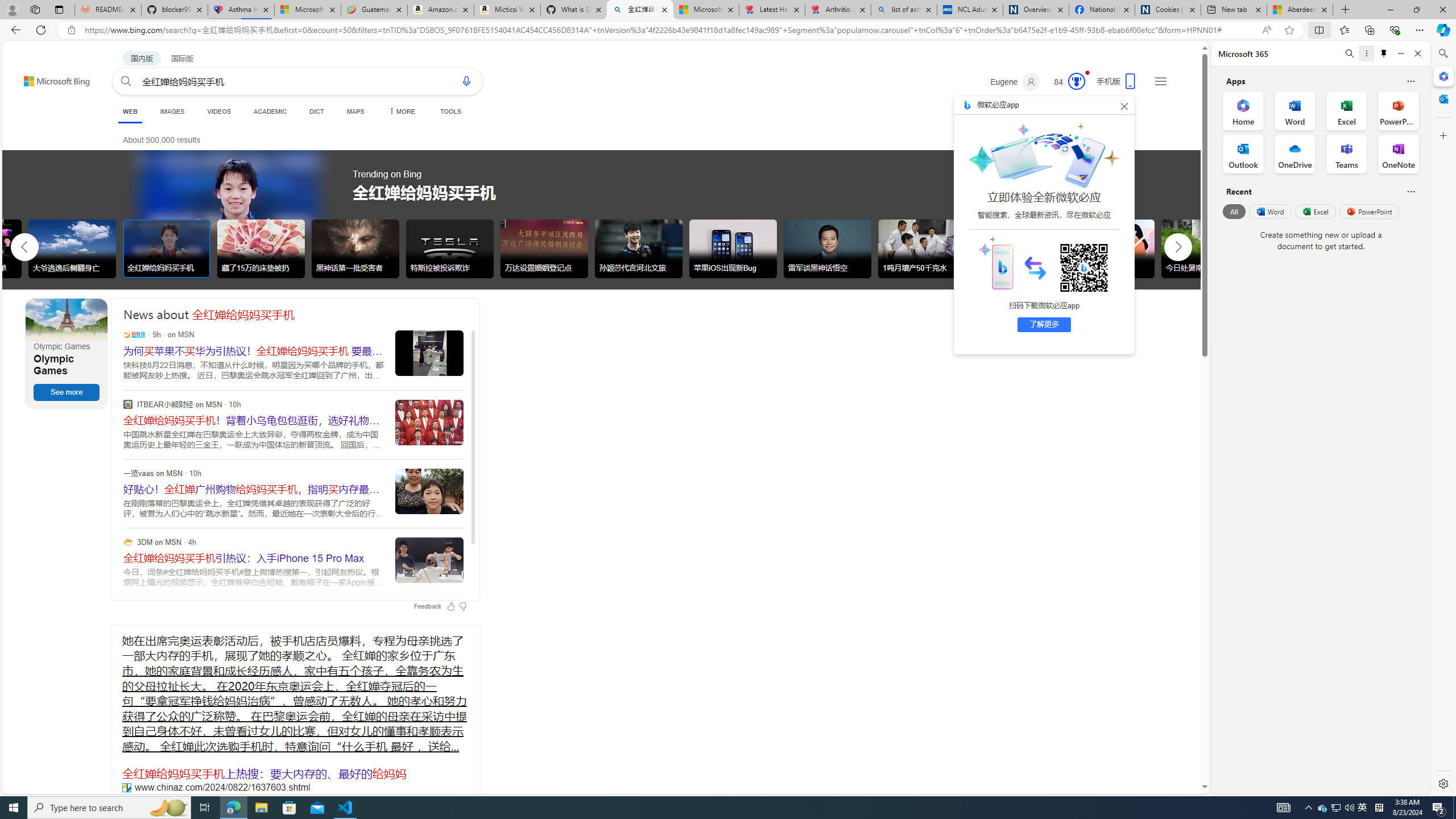 The width and height of the screenshot is (1456, 819). What do you see at coordinates (130, 111) in the screenshot?
I see `'WEB'` at bounding box center [130, 111].